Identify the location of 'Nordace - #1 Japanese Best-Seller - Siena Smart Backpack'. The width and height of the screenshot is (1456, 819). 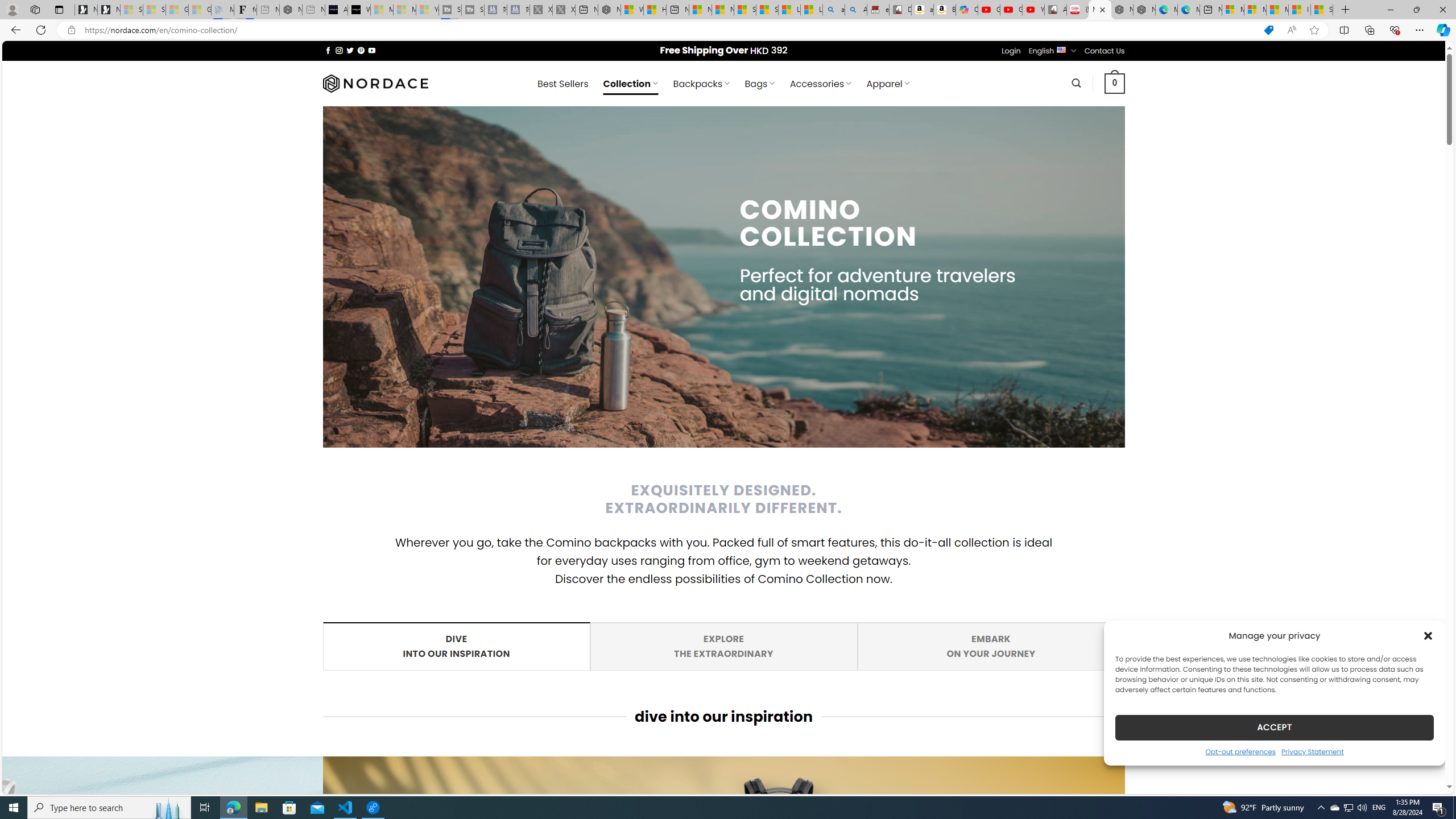
(291, 9).